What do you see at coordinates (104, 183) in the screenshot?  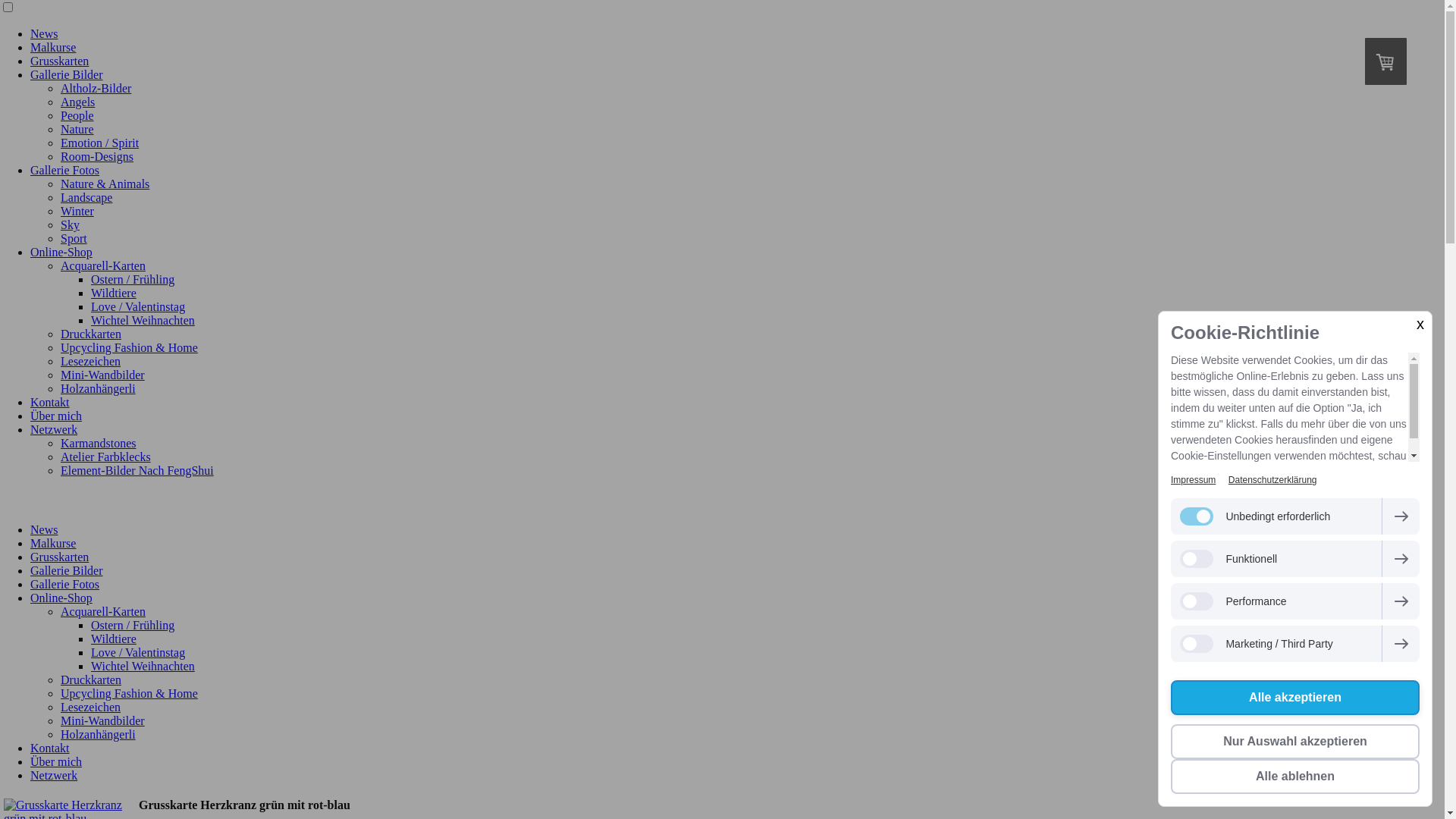 I see `'Nature & Animals'` at bounding box center [104, 183].